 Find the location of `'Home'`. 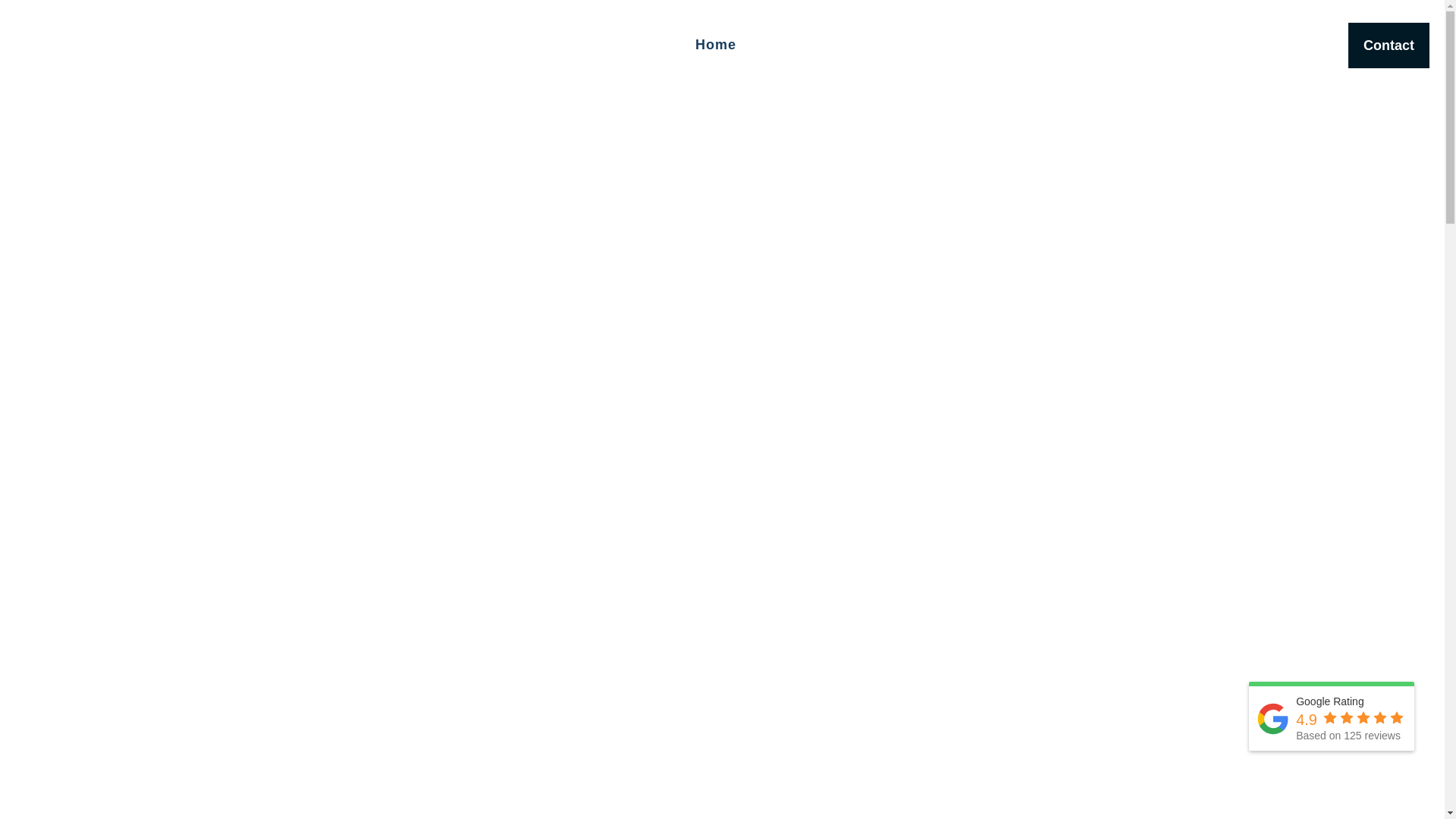

'Home' is located at coordinates (715, 45).